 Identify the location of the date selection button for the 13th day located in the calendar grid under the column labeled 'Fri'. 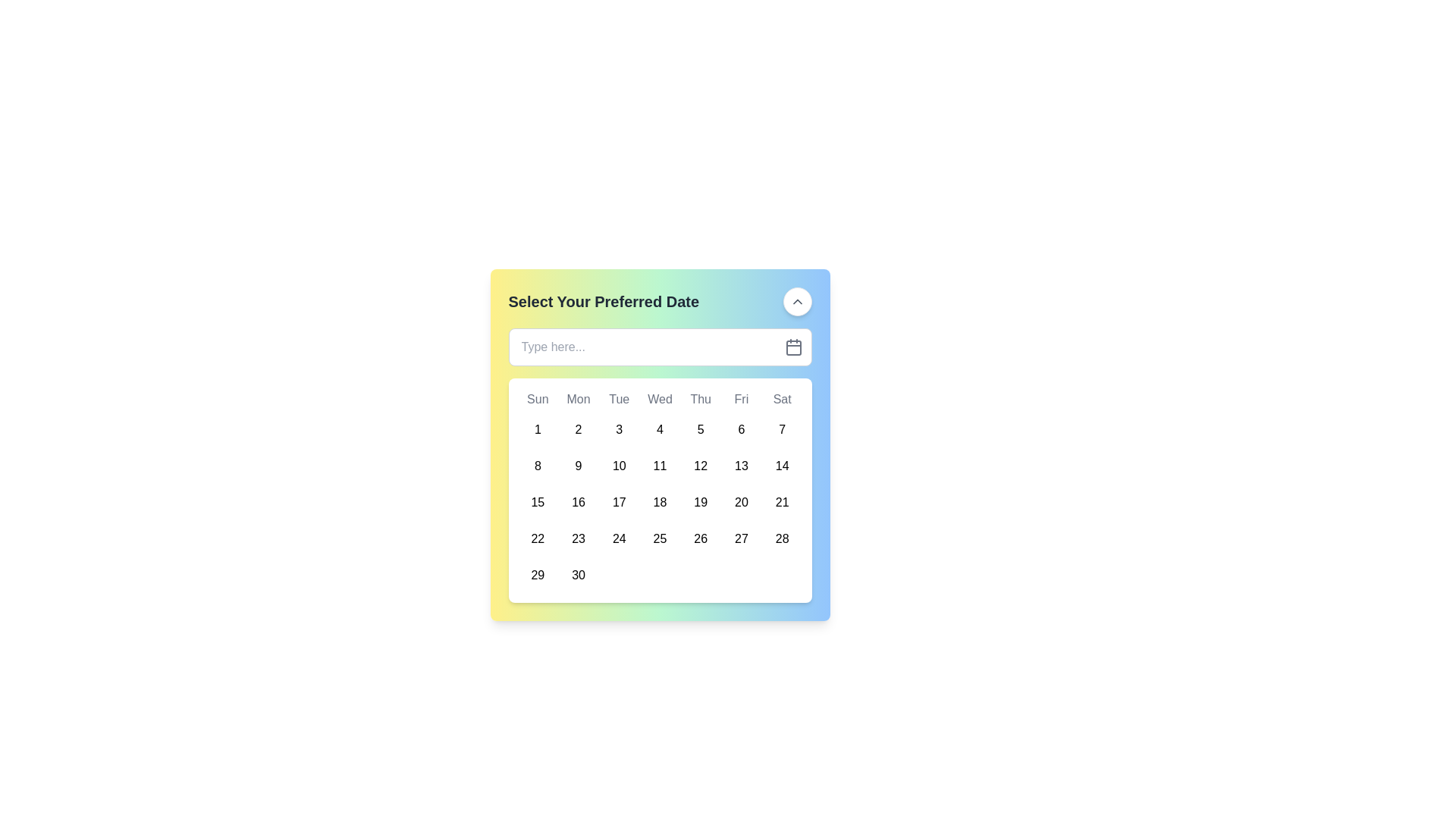
(741, 465).